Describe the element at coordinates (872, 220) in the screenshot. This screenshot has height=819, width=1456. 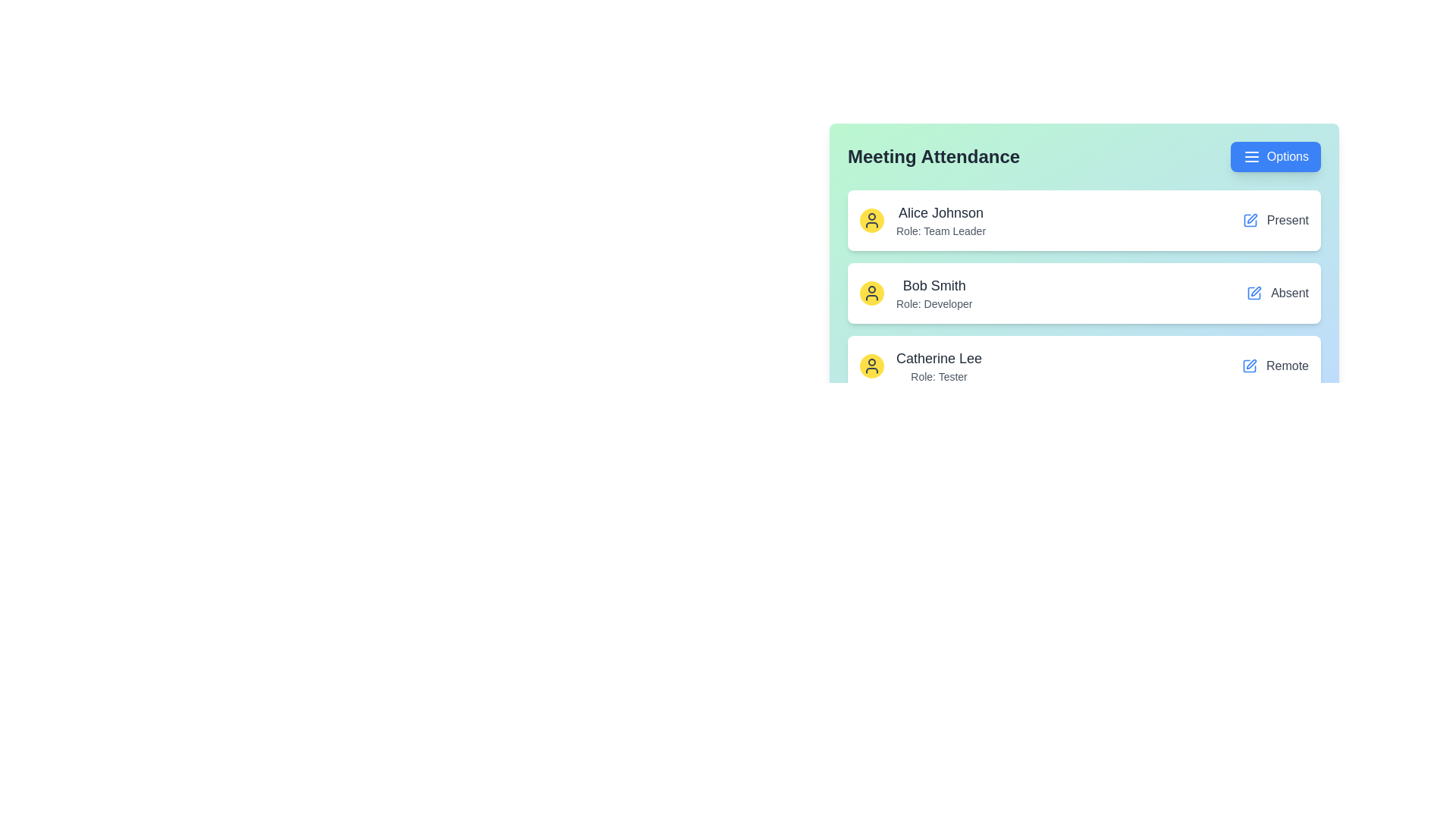
I see `the user profile icon representing 'Alice Johnson', which is the first visual element in the section containing her name and role as 'Team Leader'` at that location.